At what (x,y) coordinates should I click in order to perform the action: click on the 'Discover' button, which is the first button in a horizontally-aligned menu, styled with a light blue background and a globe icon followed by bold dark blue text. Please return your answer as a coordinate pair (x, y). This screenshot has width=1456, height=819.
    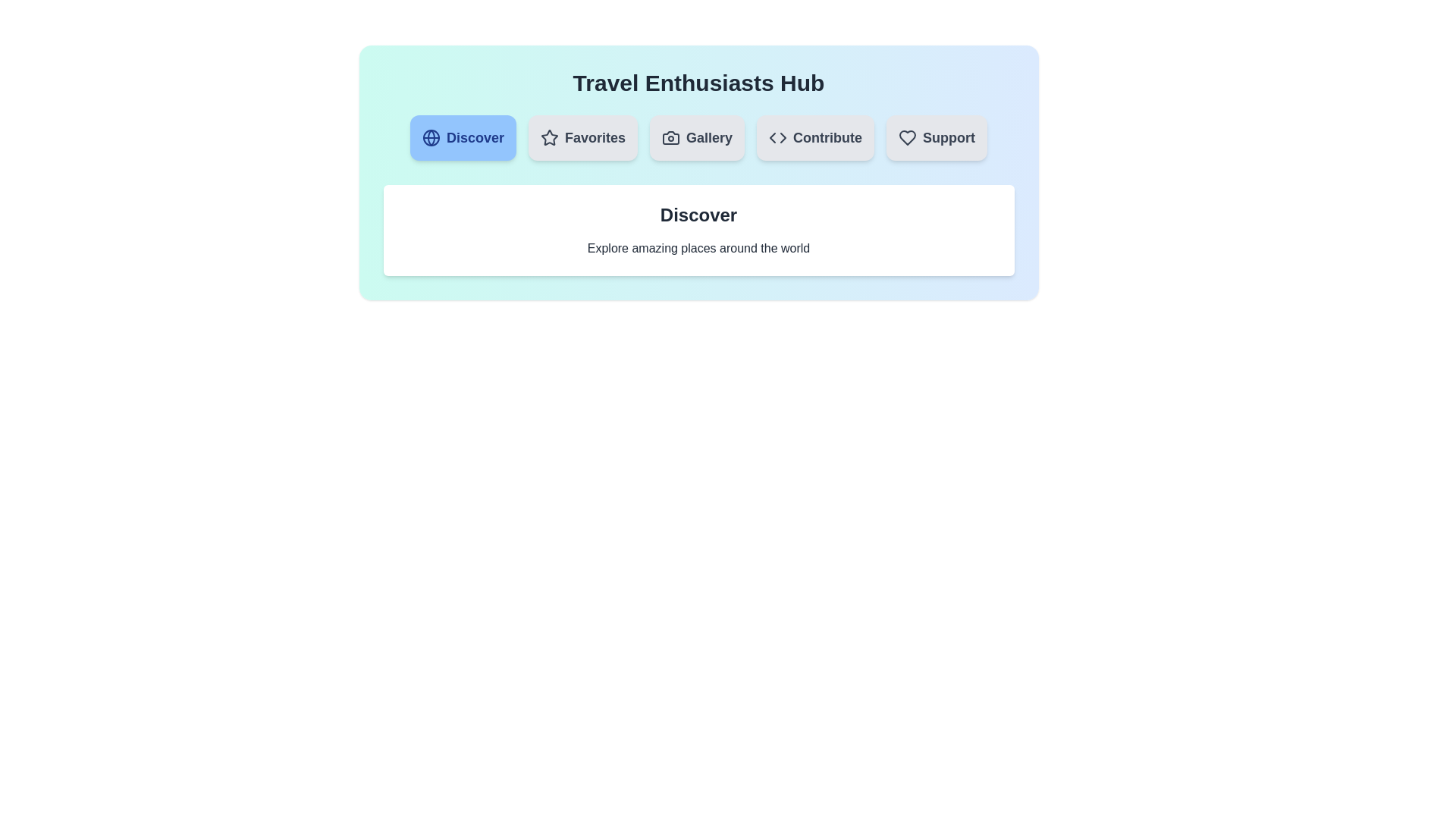
    Looking at the image, I should click on (462, 137).